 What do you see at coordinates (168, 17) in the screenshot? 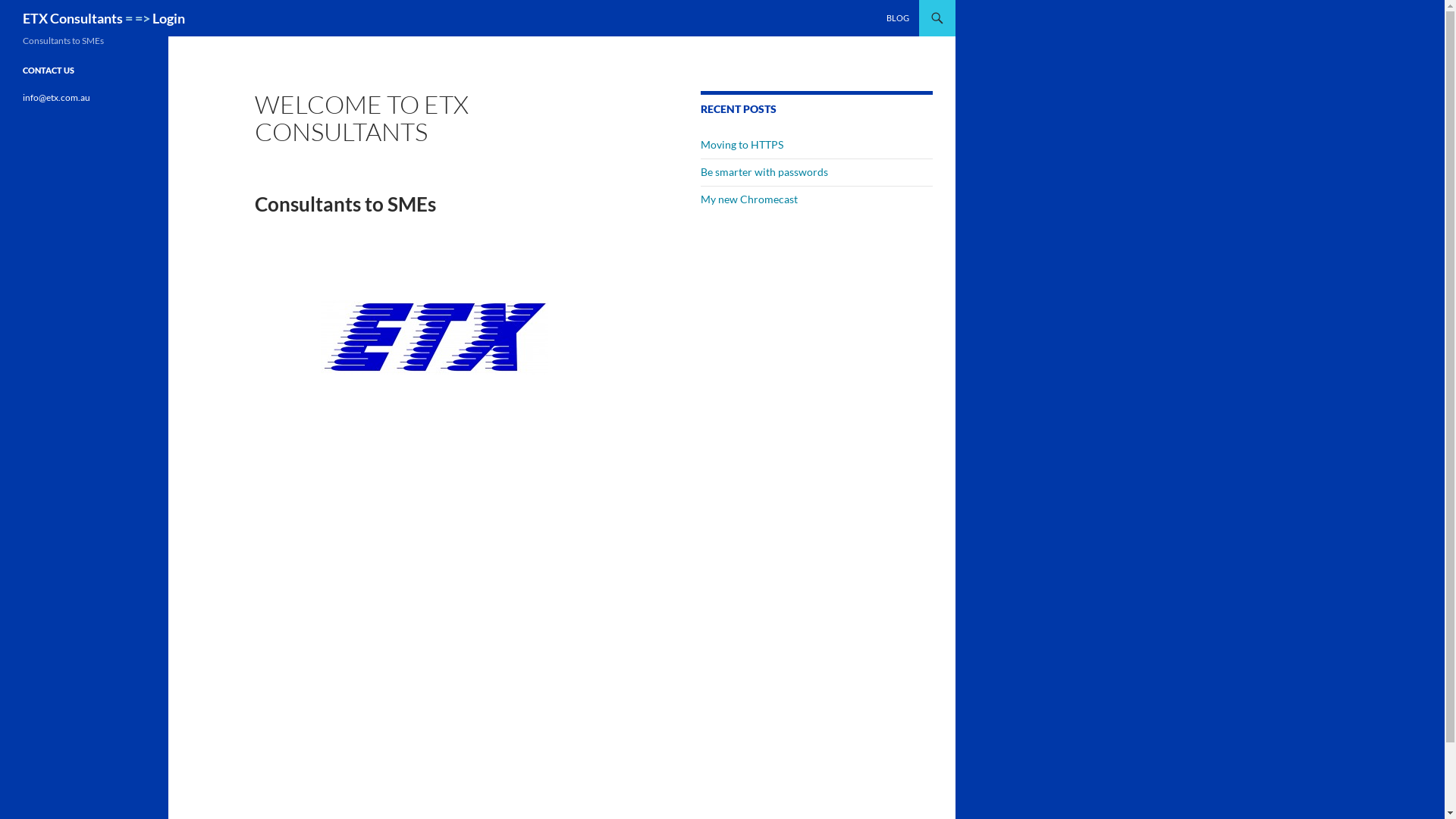
I see `'Login'` at bounding box center [168, 17].